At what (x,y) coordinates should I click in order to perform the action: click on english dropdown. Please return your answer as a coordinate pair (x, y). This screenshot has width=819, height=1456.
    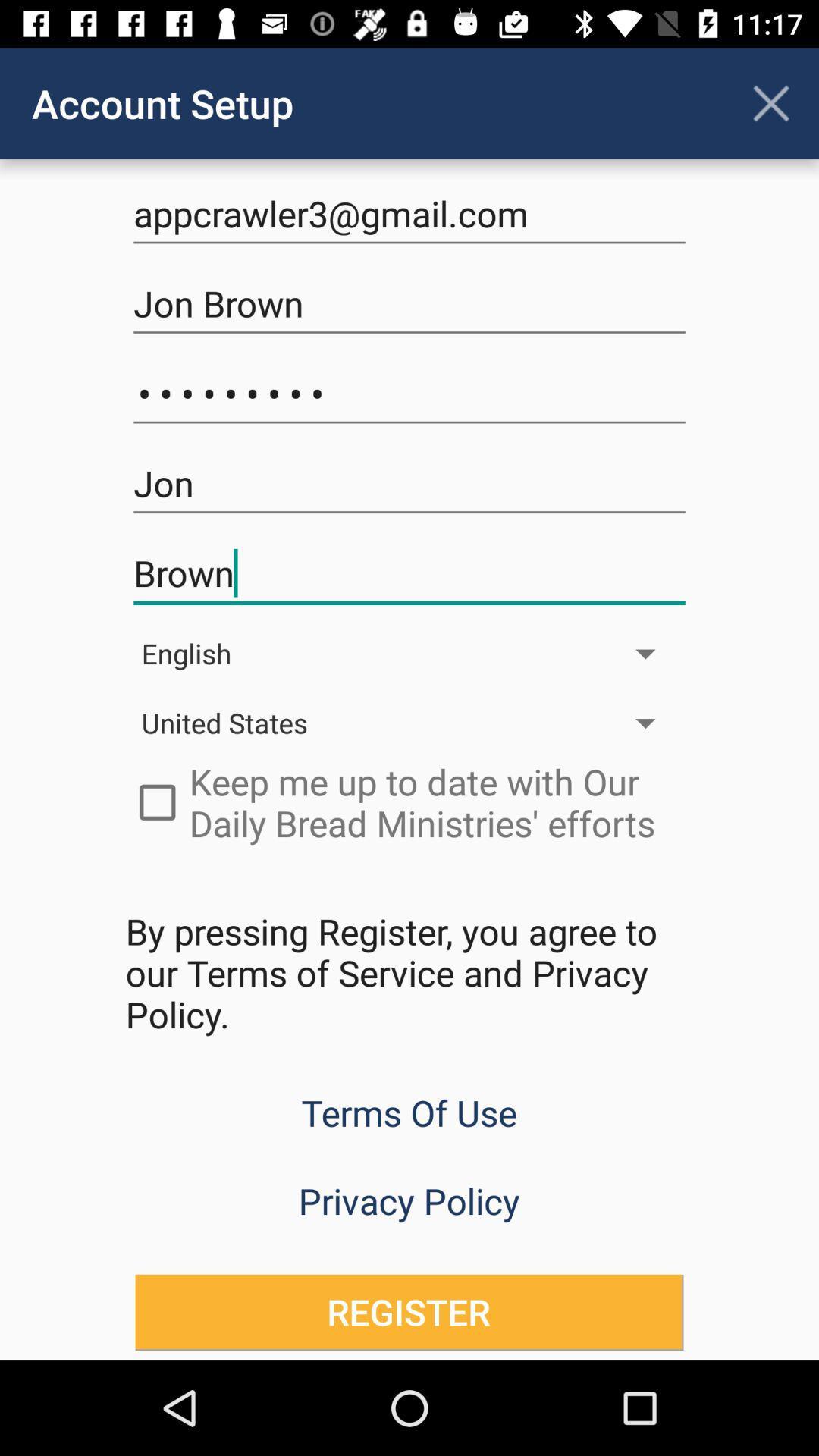
    Looking at the image, I should click on (409, 654).